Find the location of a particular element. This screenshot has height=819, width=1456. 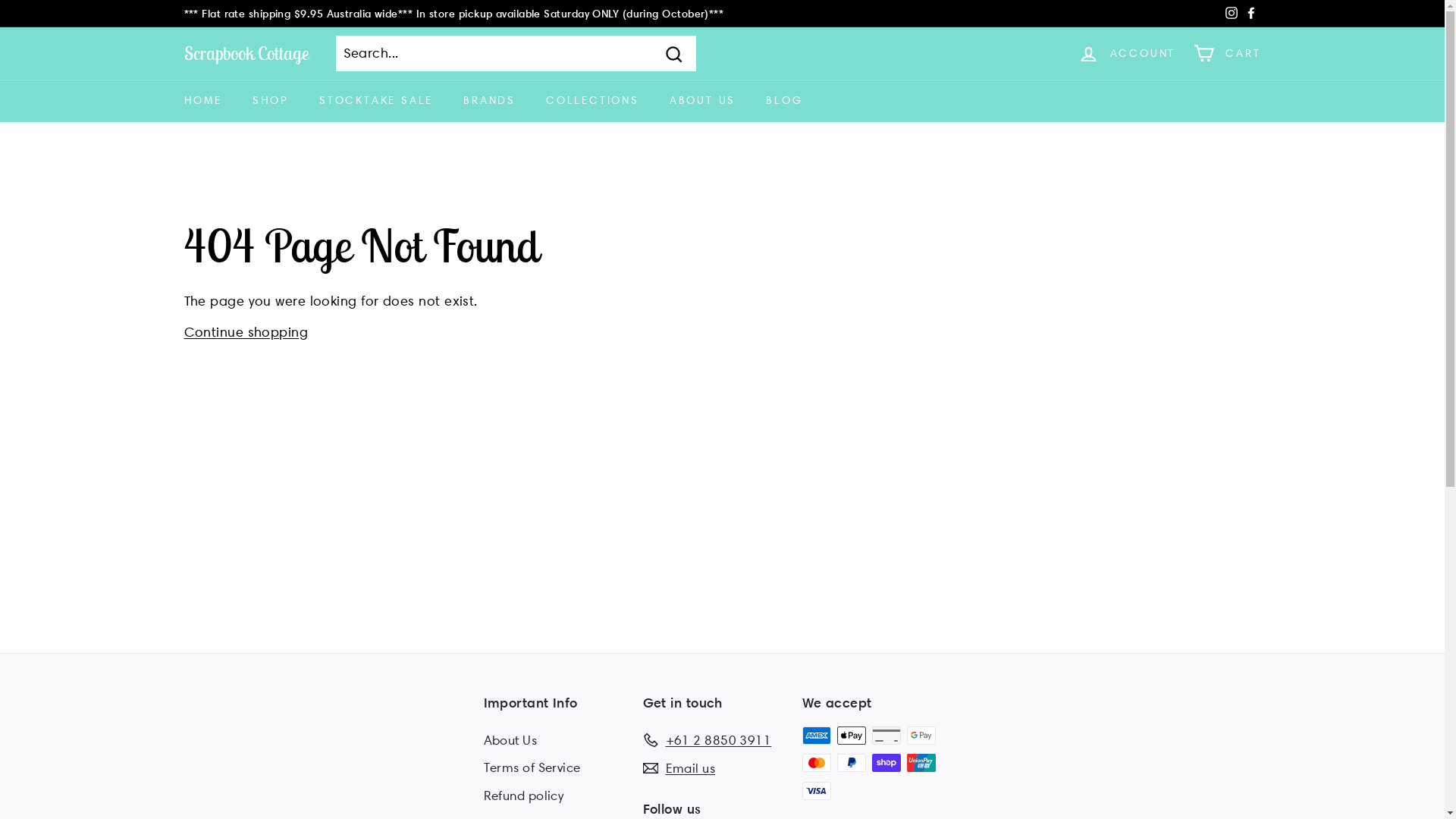

'Skip to content' is located at coordinates (0, 0).